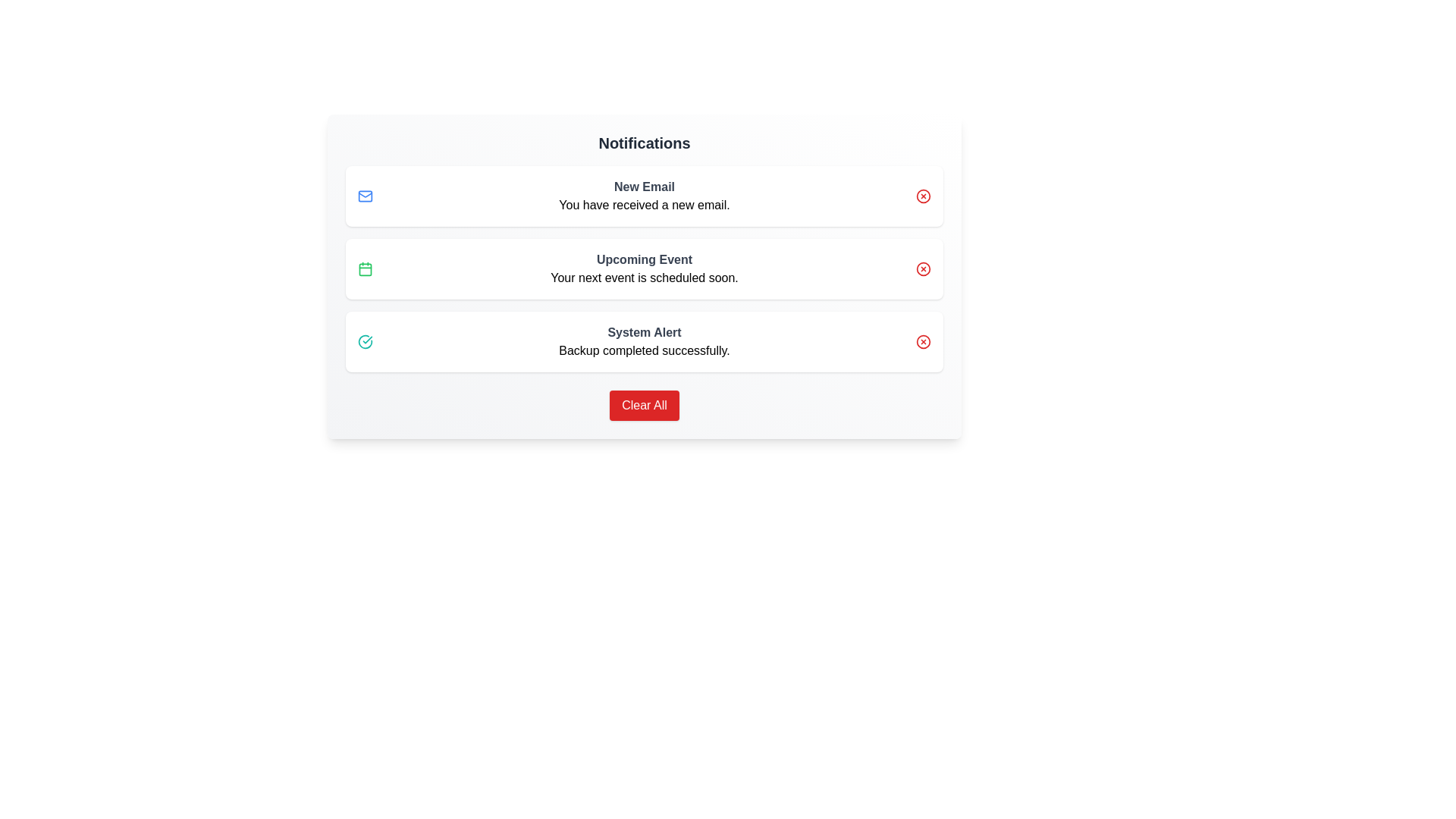 The width and height of the screenshot is (1456, 819). I want to click on text from the 'Upcoming Event' notification block, which contains bolded text and additional details about the next scheduled event, so click(644, 268).